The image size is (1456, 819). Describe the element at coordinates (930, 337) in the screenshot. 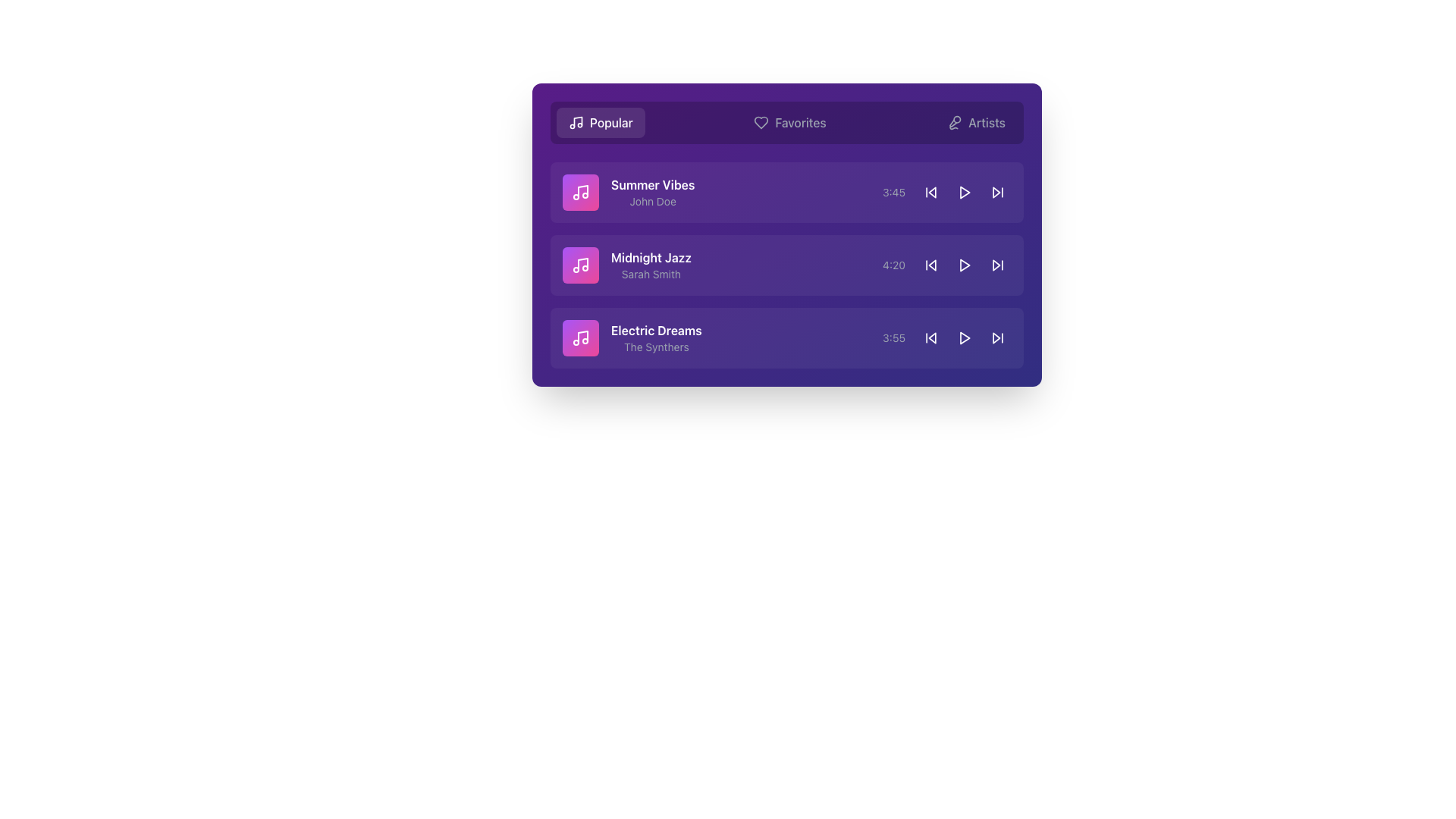

I see `the 'previous track' button, which is the first button in the group of three interactive elements to the right of the song details row, located to the left of the play button, associated with the 'Electric Dreams' song` at that location.